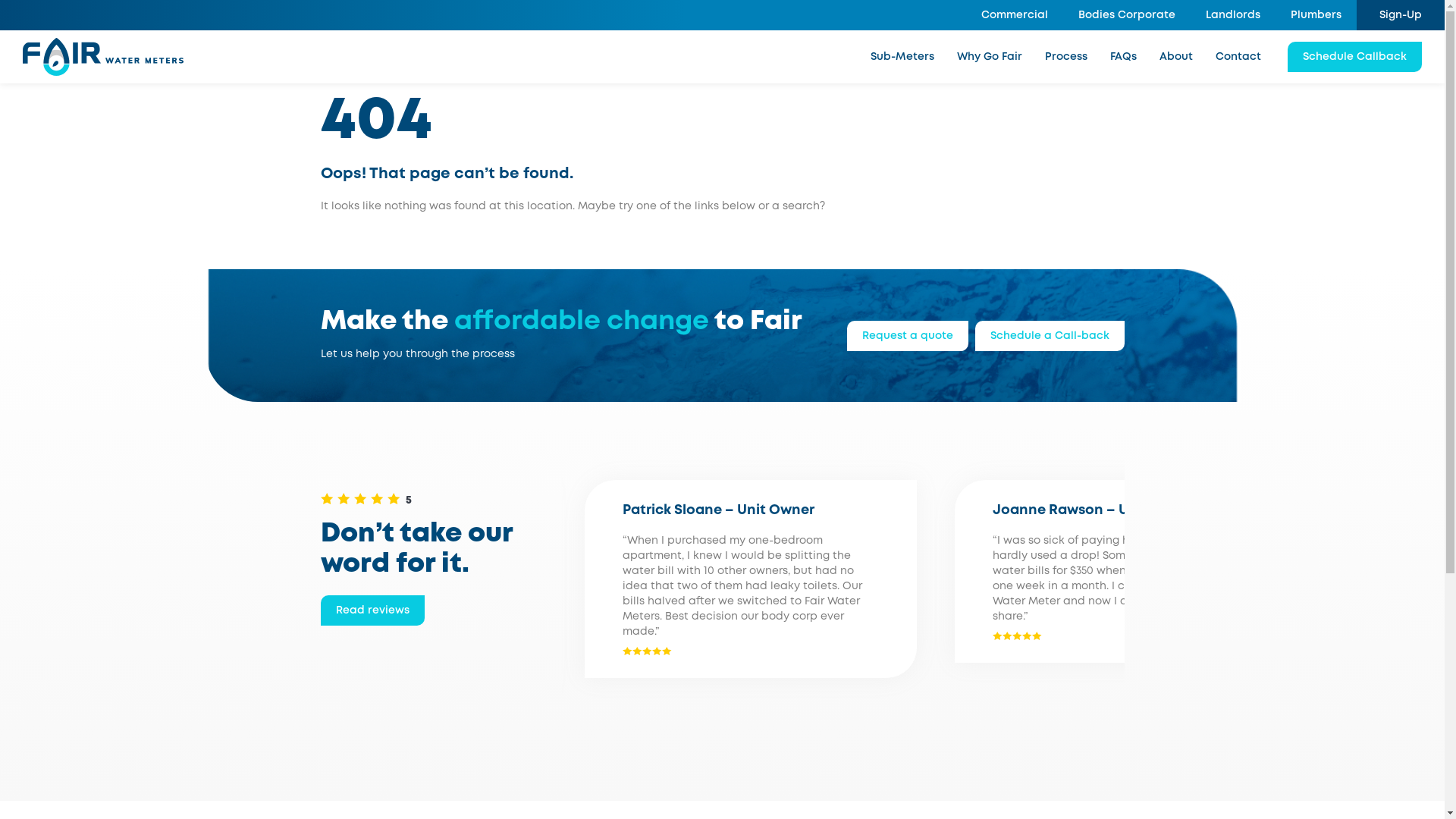 The image size is (1456, 819). I want to click on 'Bodies Corporate', so click(1127, 14).